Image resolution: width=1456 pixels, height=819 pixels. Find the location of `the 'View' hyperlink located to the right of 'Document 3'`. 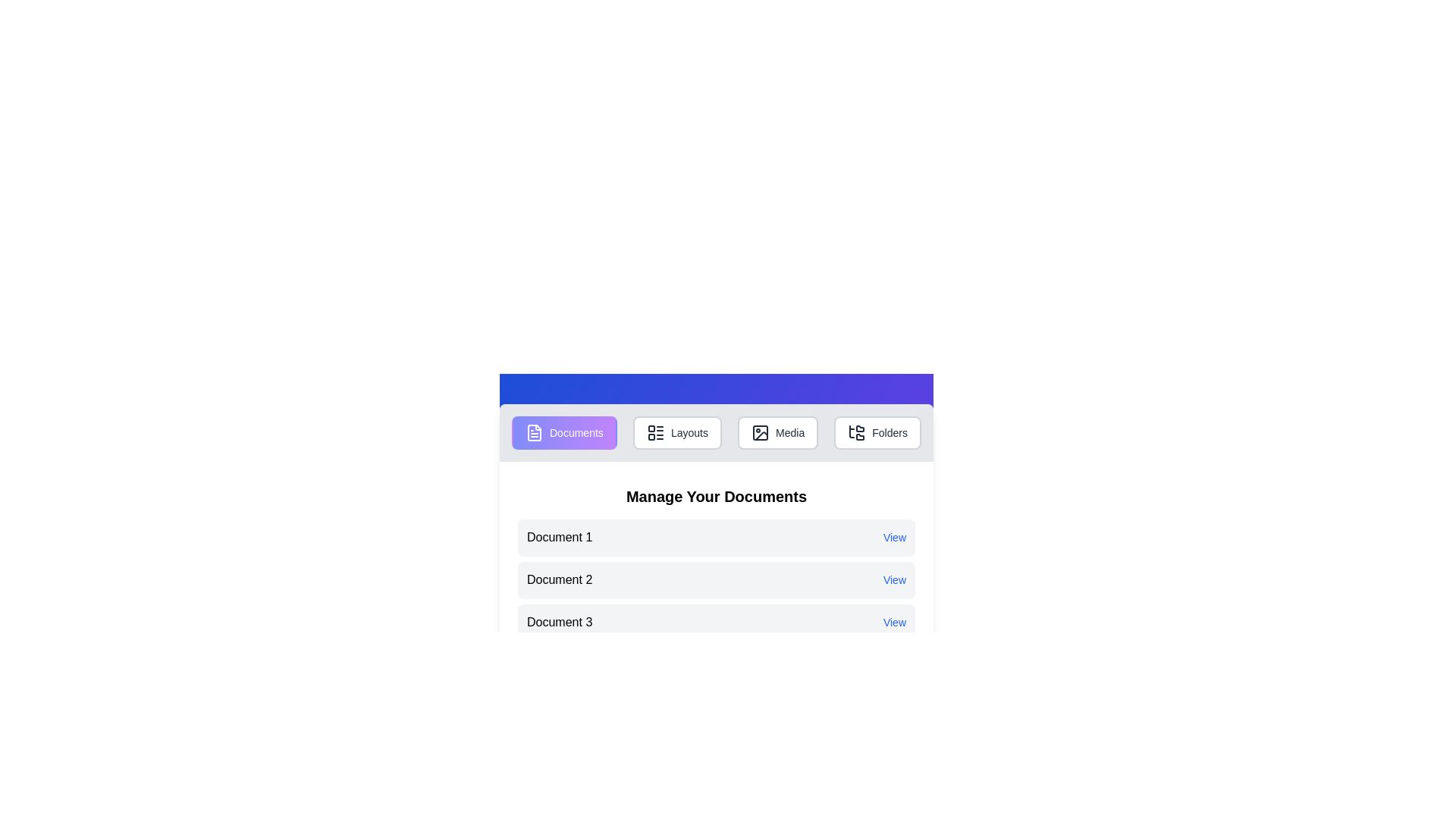

the 'View' hyperlink located to the right of 'Document 3' is located at coordinates (895, 623).